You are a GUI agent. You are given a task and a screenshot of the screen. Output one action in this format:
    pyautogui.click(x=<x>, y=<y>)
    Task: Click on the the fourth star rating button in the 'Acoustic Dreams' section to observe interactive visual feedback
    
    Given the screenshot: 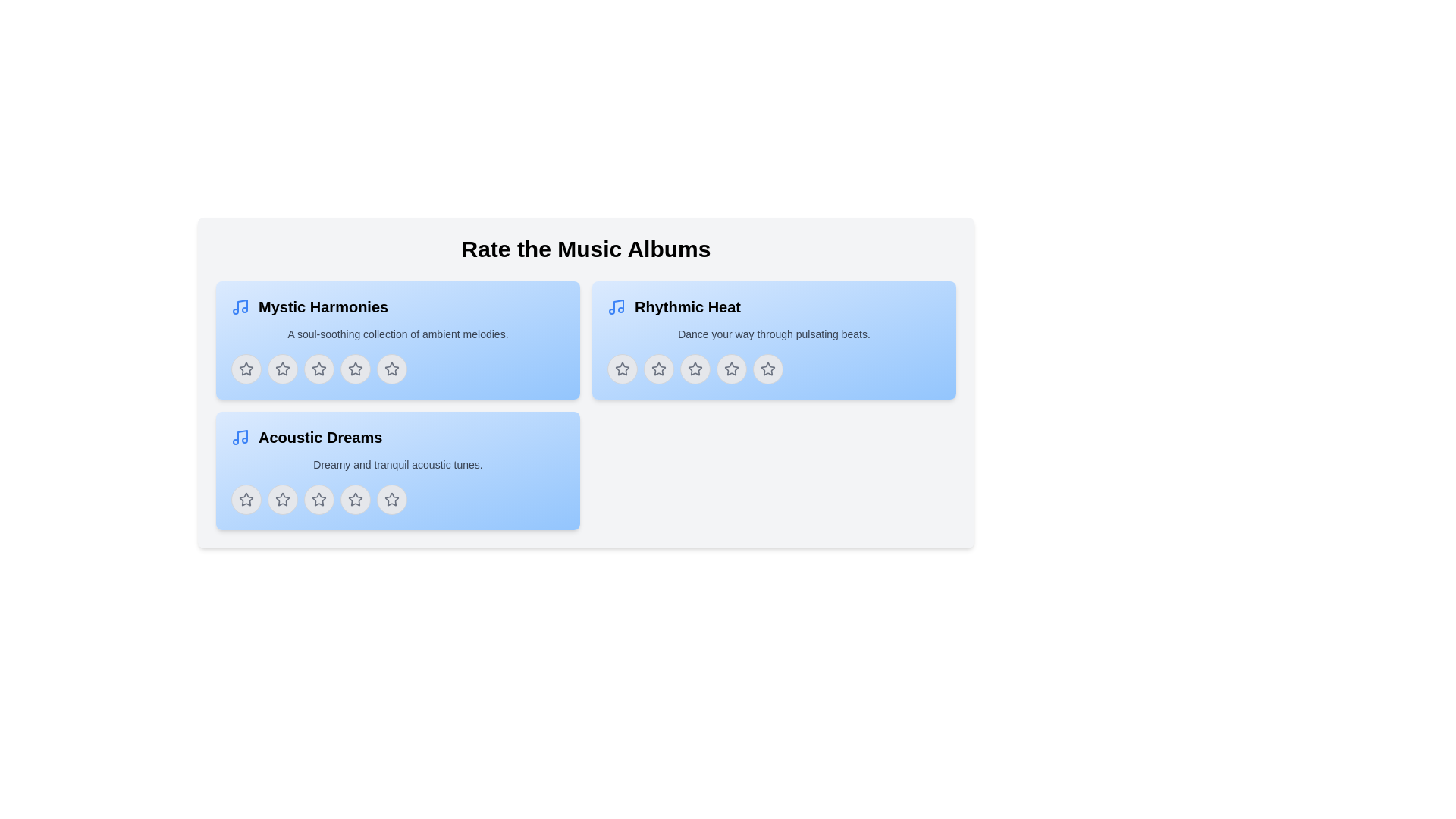 What is the action you would take?
    pyautogui.click(x=355, y=500)
    